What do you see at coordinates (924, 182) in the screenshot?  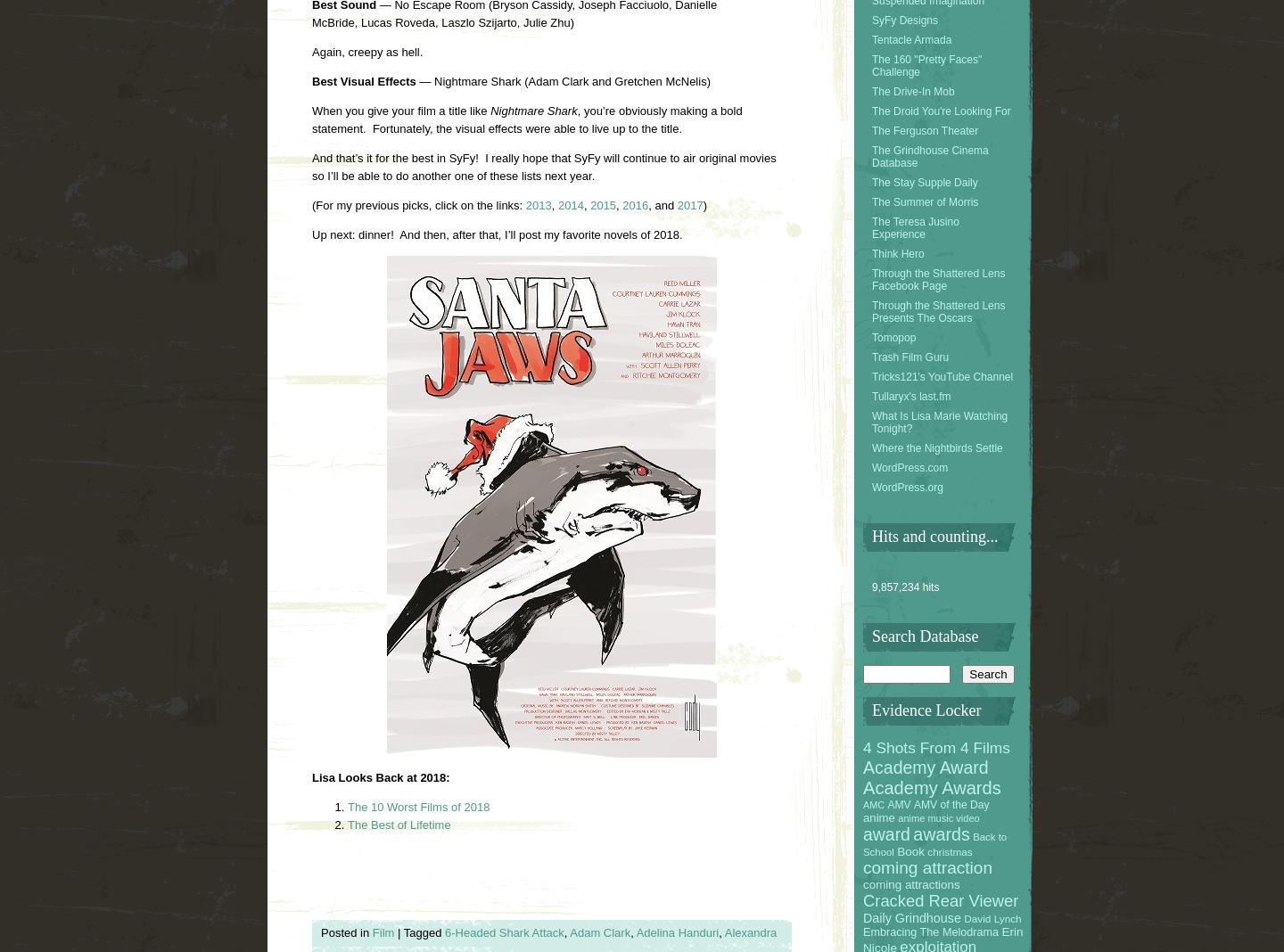 I see `'The Stay Supple Daily'` at bounding box center [924, 182].